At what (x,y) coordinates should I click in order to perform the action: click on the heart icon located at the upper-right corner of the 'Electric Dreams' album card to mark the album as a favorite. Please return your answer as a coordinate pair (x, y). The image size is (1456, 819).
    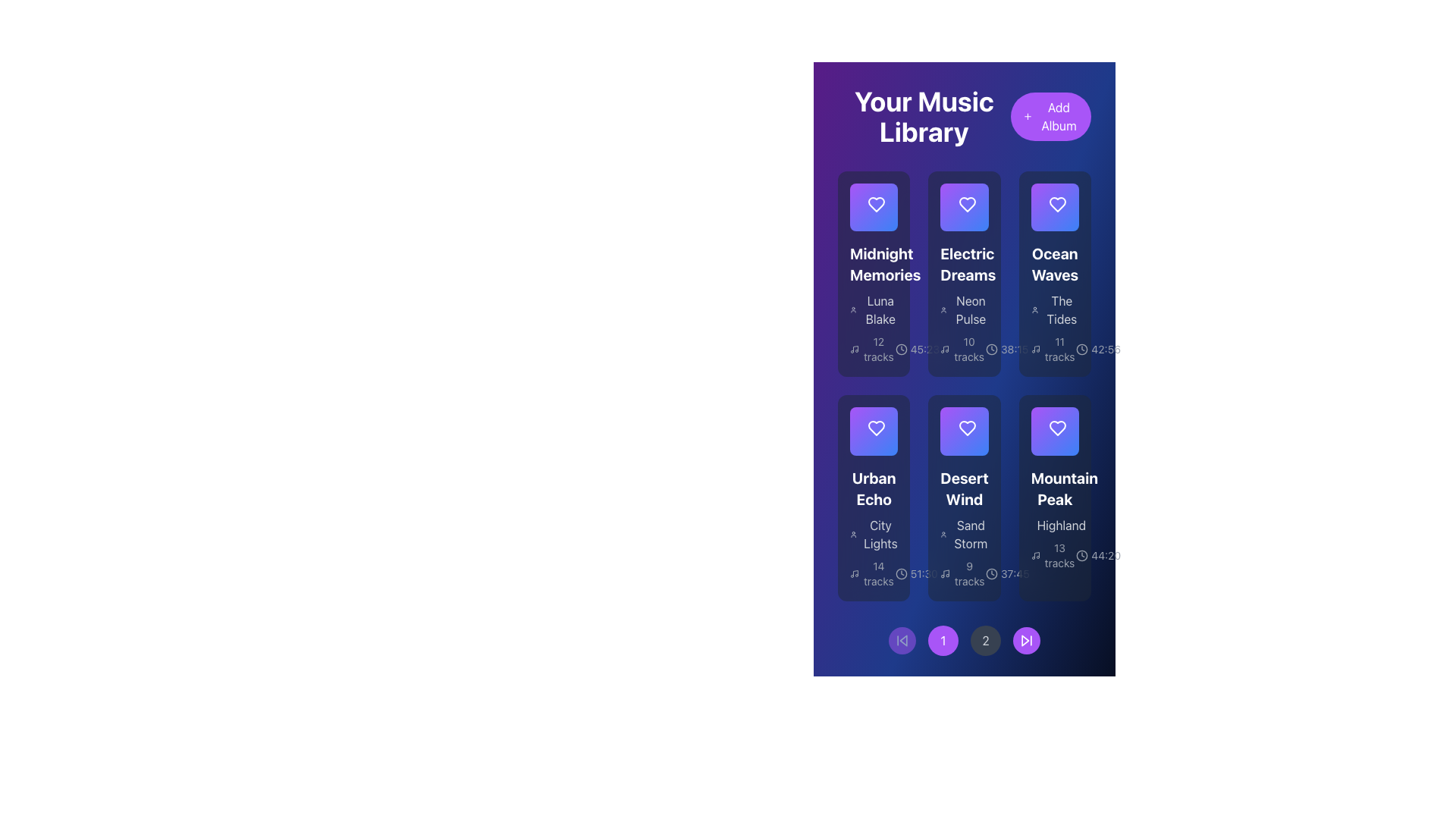
    Looking at the image, I should click on (966, 207).